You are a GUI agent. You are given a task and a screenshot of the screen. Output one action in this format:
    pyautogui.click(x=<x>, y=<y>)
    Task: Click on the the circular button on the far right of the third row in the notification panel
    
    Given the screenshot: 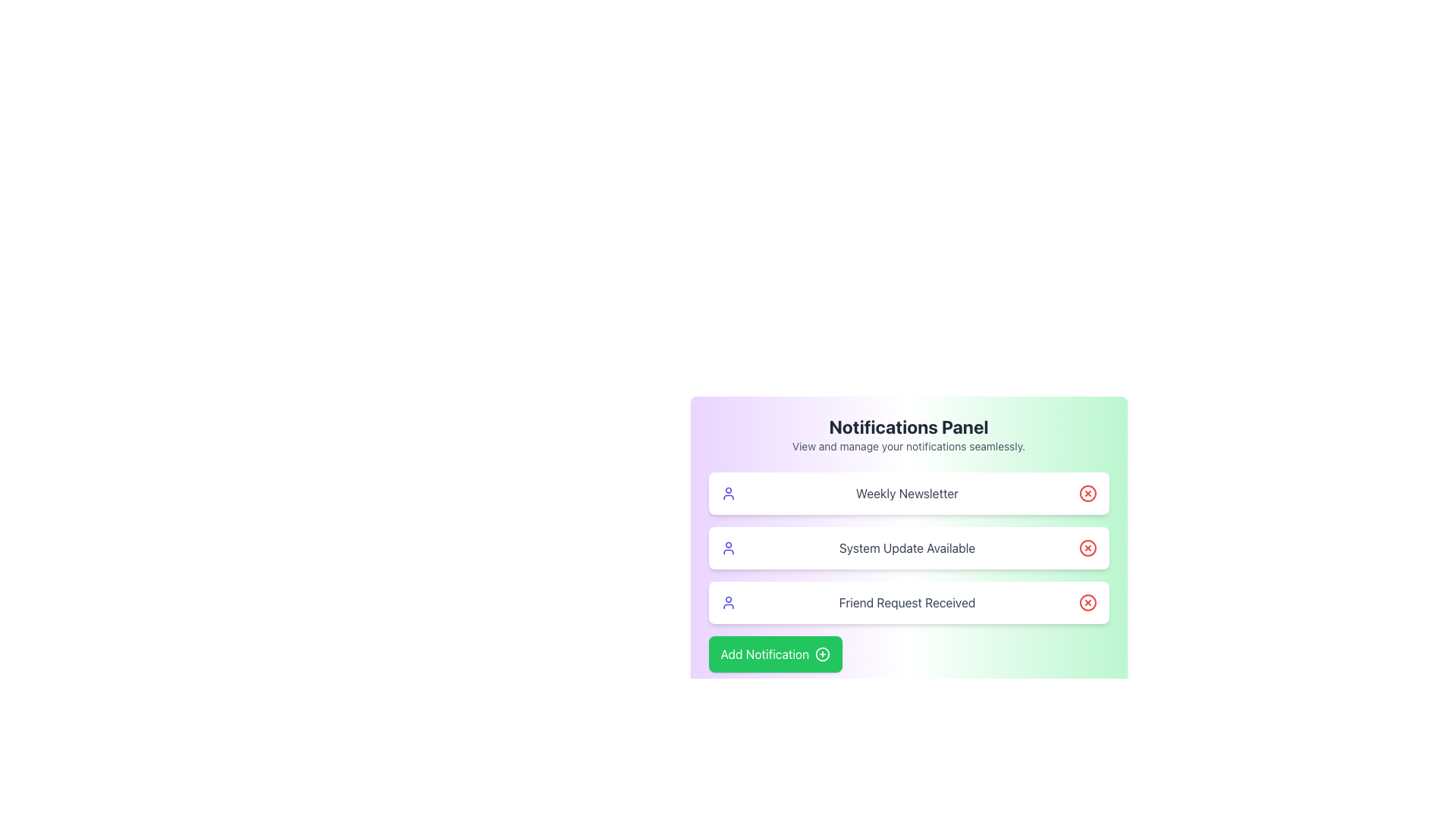 What is the action you would take?
    pyautogui.click(x=1087, y=601)
    